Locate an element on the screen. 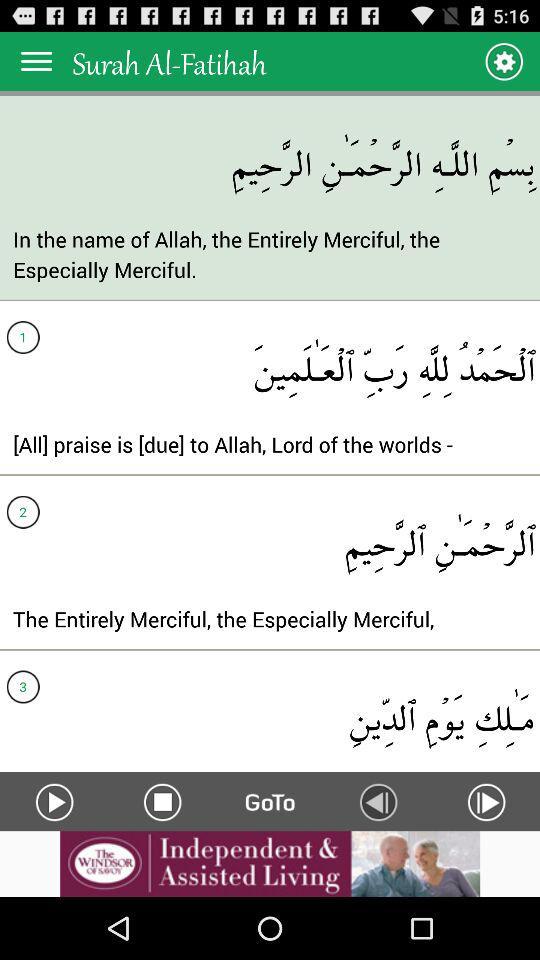  settings link is located at coordinates (502, 61).